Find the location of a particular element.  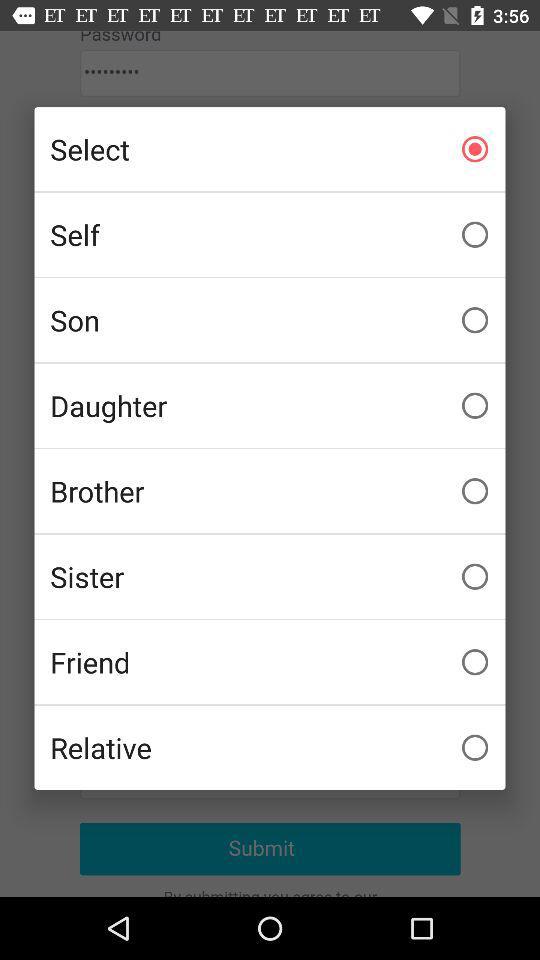

the checkbox below the self item is located at coordinates (270, 320).